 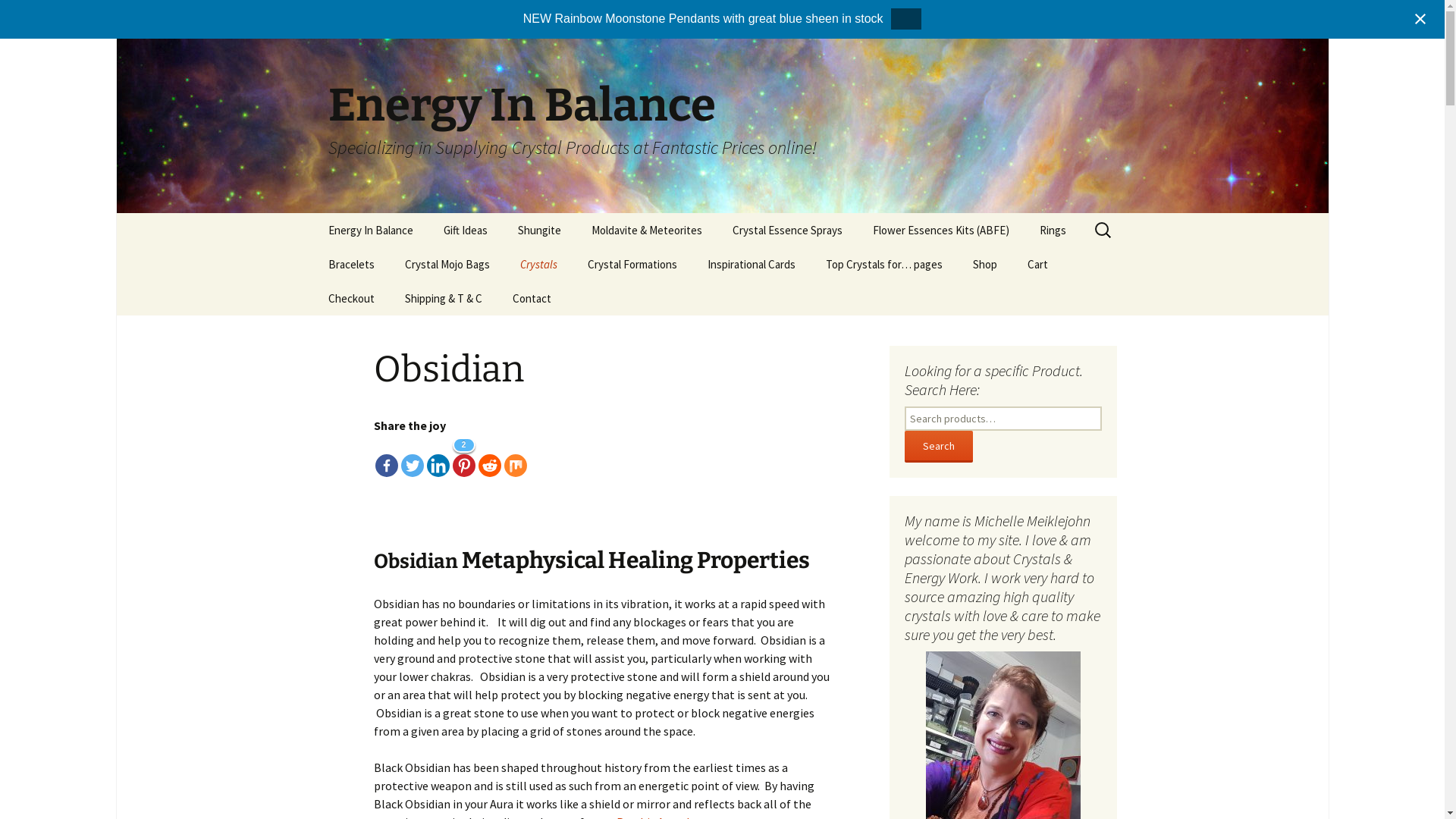 I want to click on 'Reddit', so click(x=488, y=455).